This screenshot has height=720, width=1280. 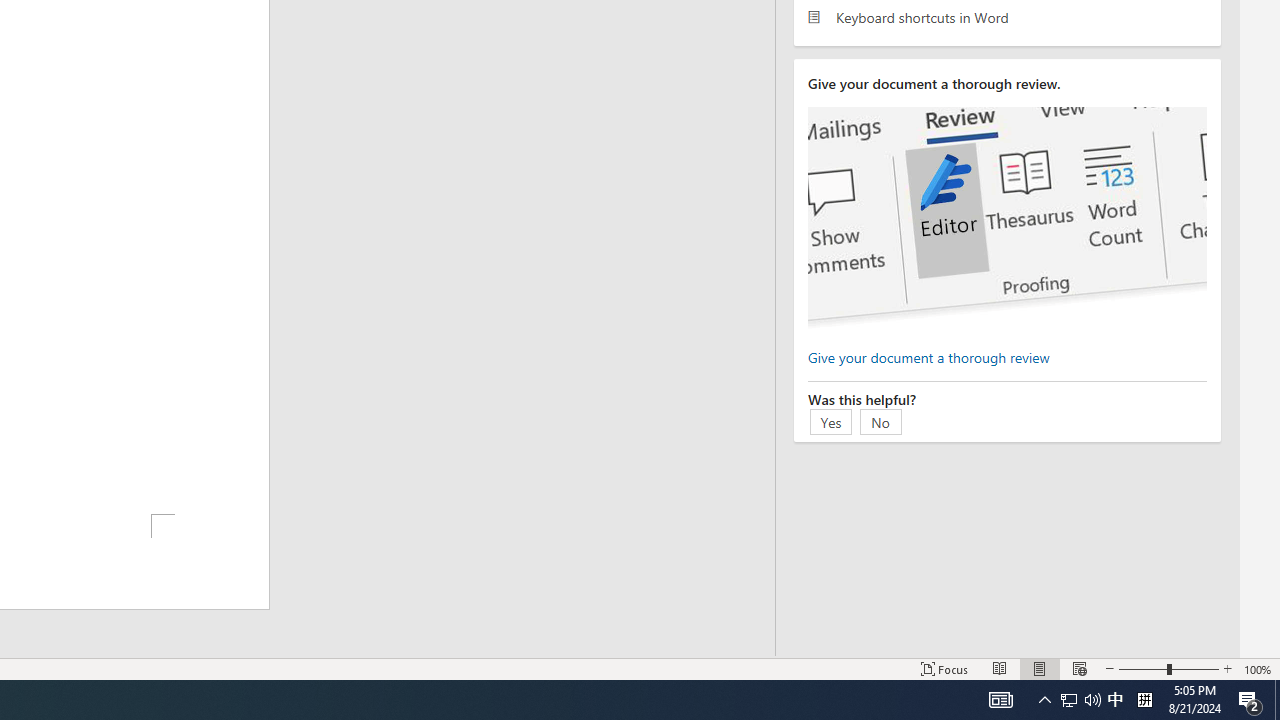 What do you see at coordinates (1143, 669) in the screenshot?
I see `'Zoom Out'` at bounding box center [1143, 669].